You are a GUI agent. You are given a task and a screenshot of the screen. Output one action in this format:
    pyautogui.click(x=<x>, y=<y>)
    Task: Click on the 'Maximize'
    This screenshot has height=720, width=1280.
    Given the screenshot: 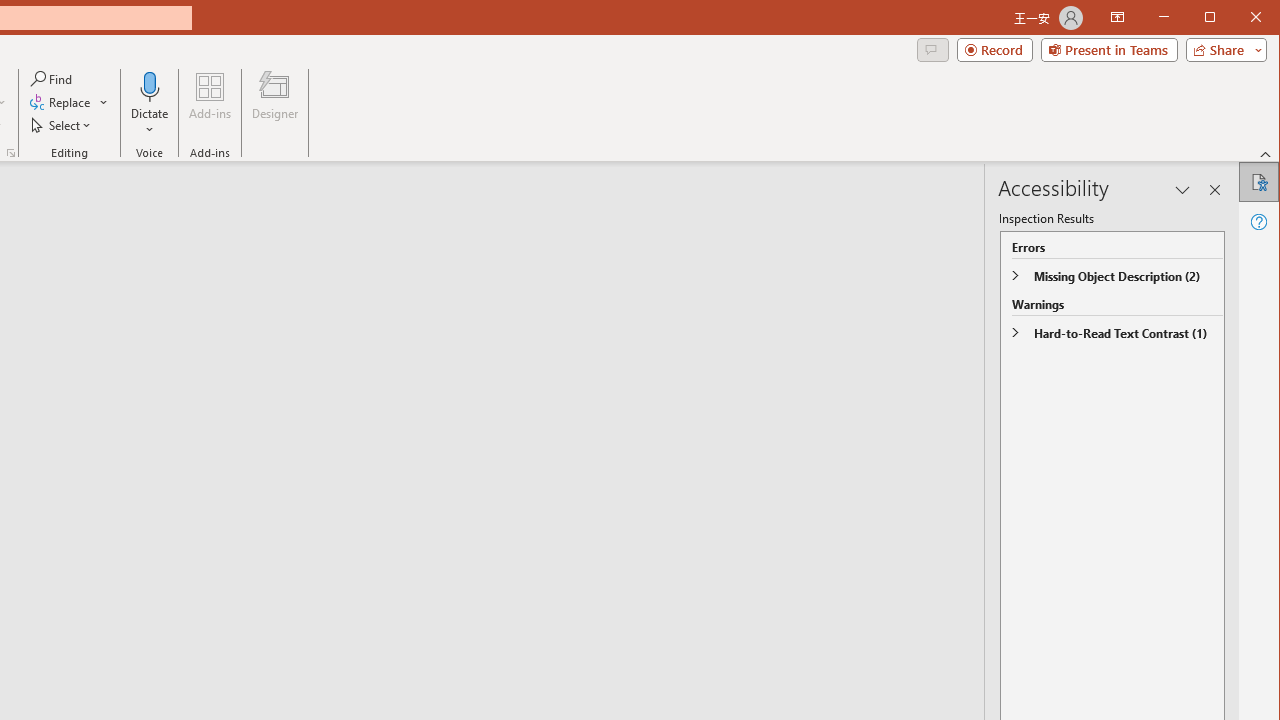 What is the action you would take?
    pyautogui.click(x=1238, y=19)
    